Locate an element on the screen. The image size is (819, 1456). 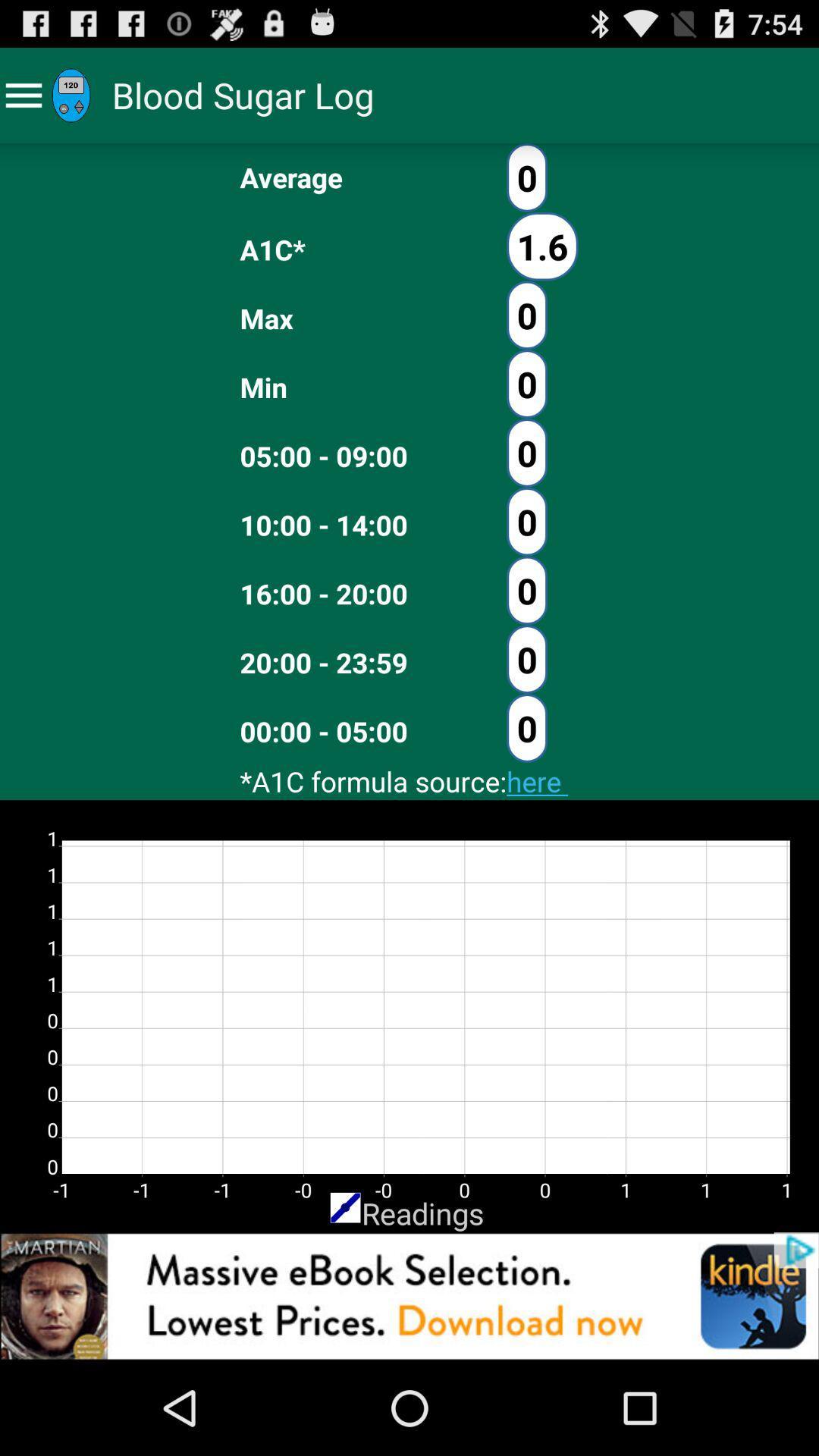
the second 0 above blue color text is located at coordinates (526, 659).